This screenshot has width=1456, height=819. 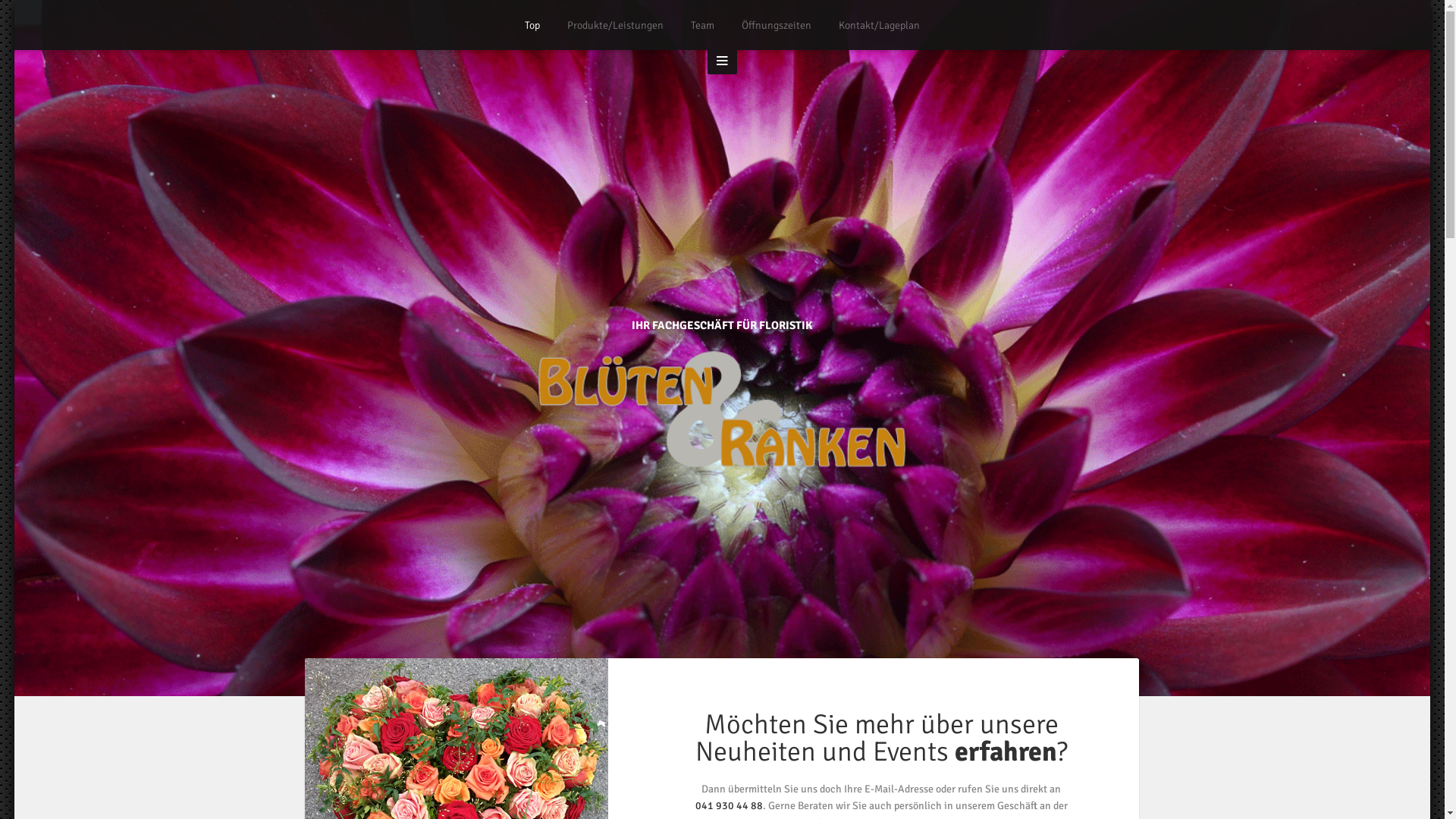 I want to click on 'Produkte/Leistungen', so click(x=566, y=25).